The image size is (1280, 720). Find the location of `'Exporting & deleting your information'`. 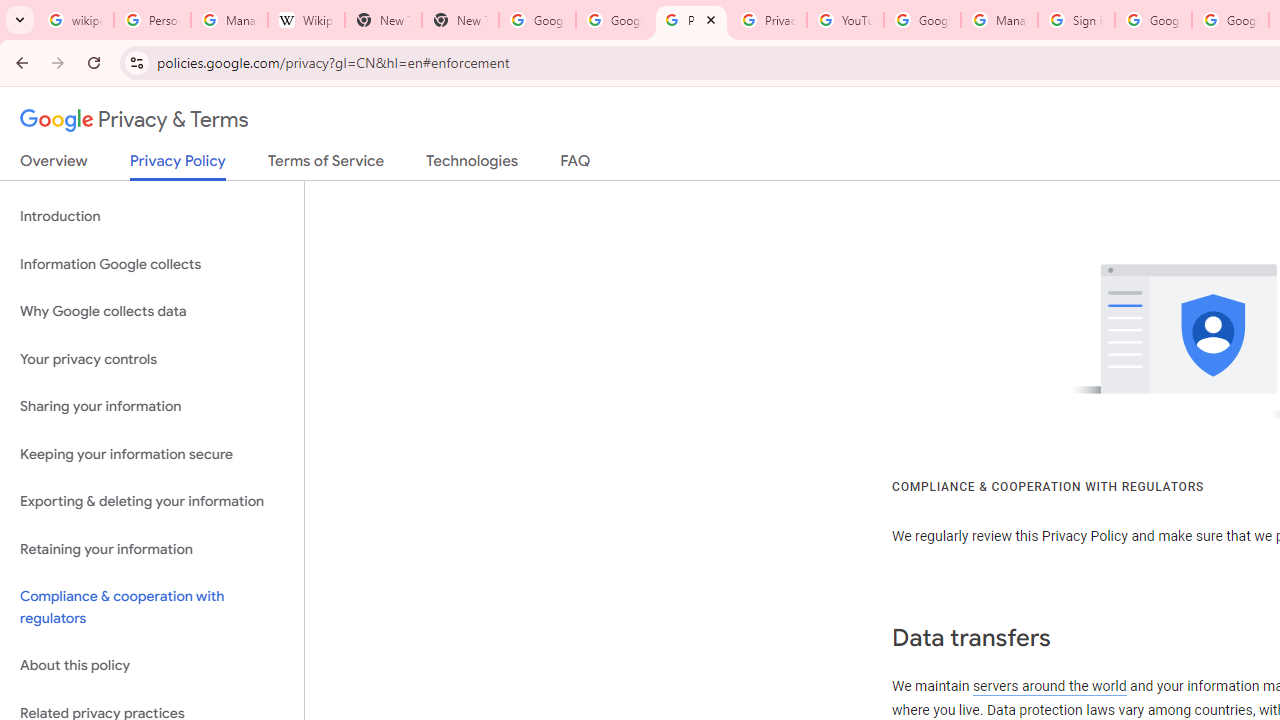

'Exporting & deleting your information' is located at coordinates (151, 501).